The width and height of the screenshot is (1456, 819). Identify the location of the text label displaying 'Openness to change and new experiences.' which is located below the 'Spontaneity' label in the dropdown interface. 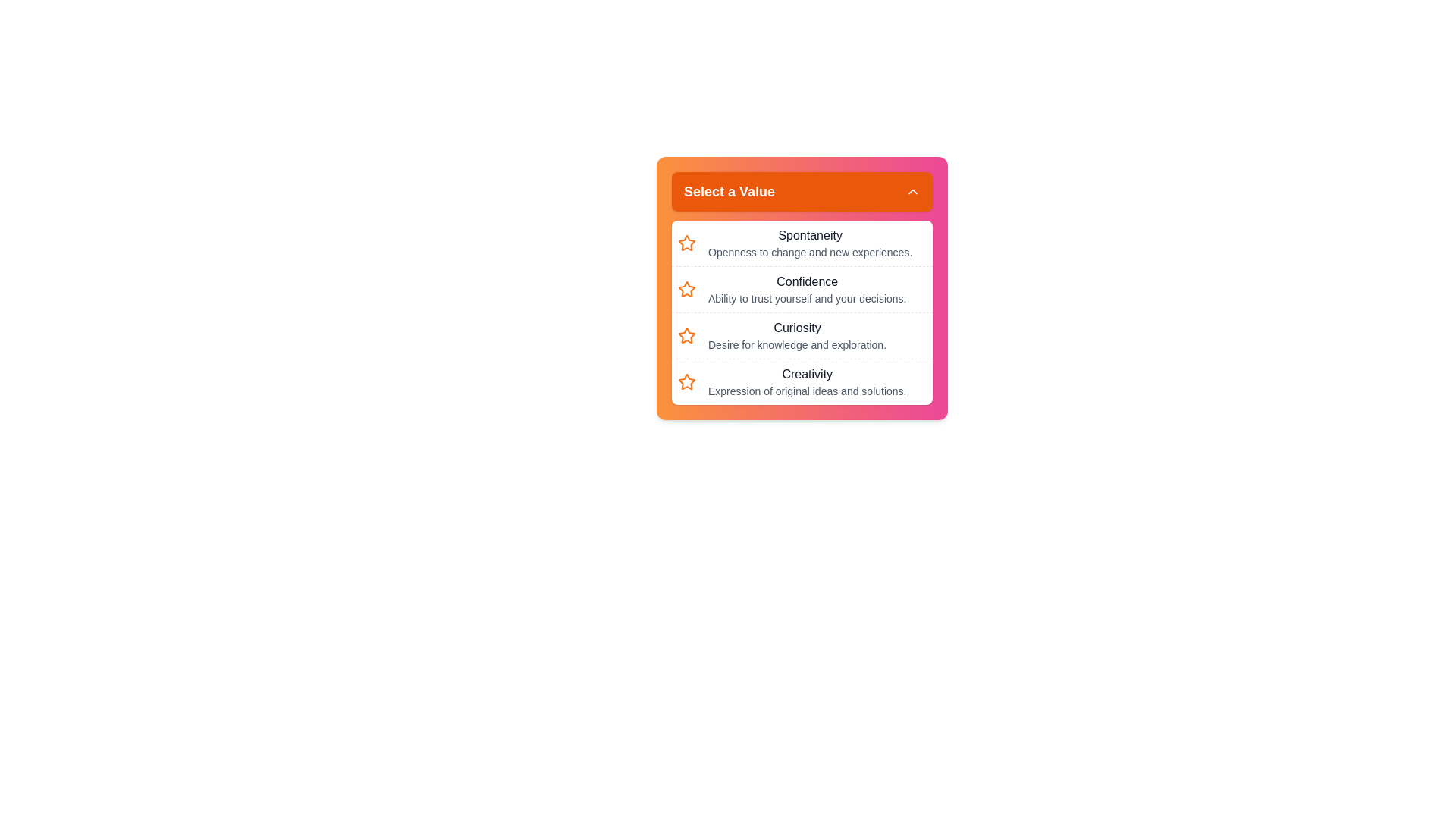
(809, 251).